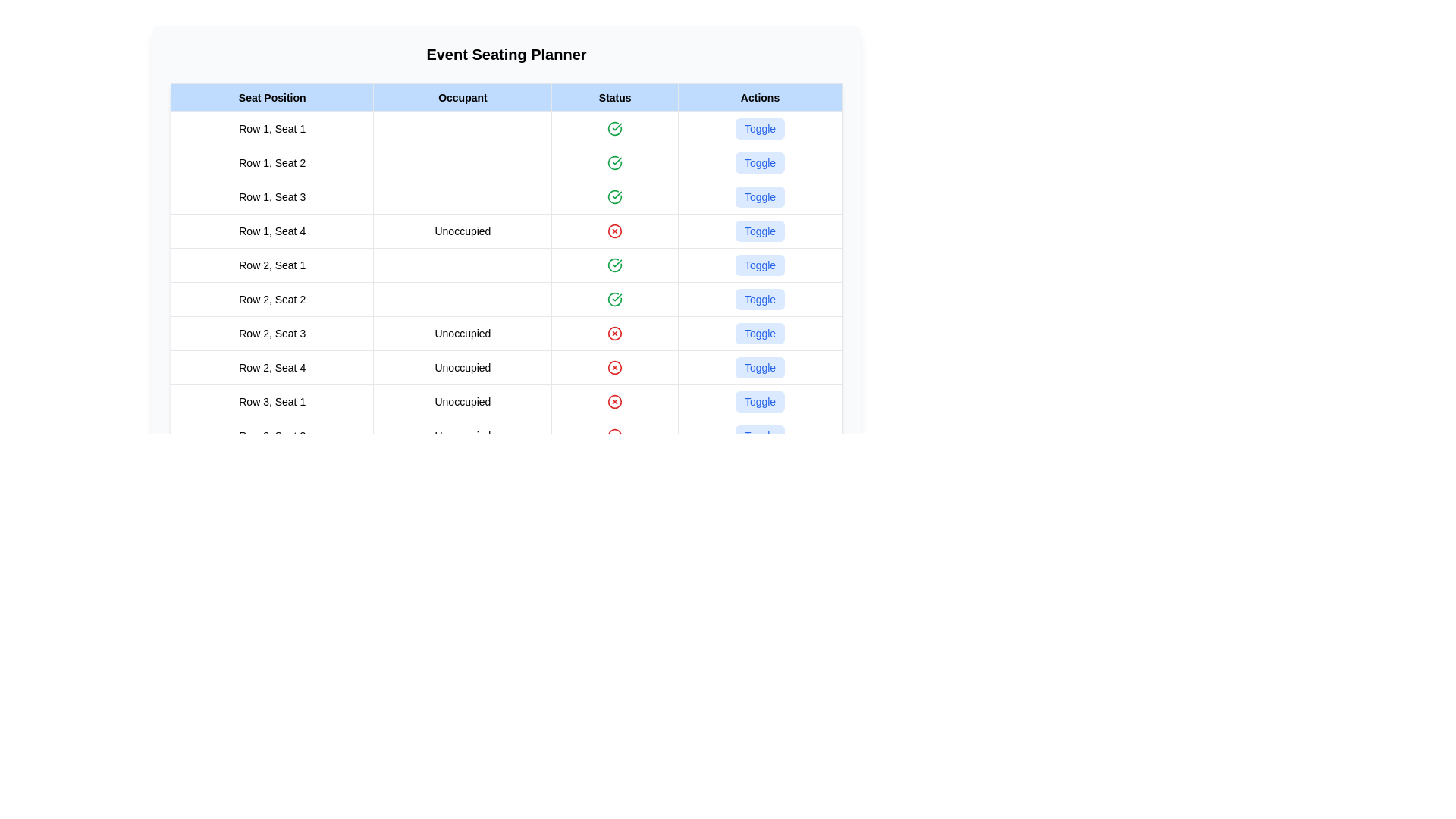 The width and height of the screenshot is (1456, 819). What do you see at coordinates (462, 97) in the screenshot?
I see `the 'Occupant' table header, which is the second column header in a four-column grid, located between 'Seat Position' and 'Status' headers` at bounding box center [462, 97].